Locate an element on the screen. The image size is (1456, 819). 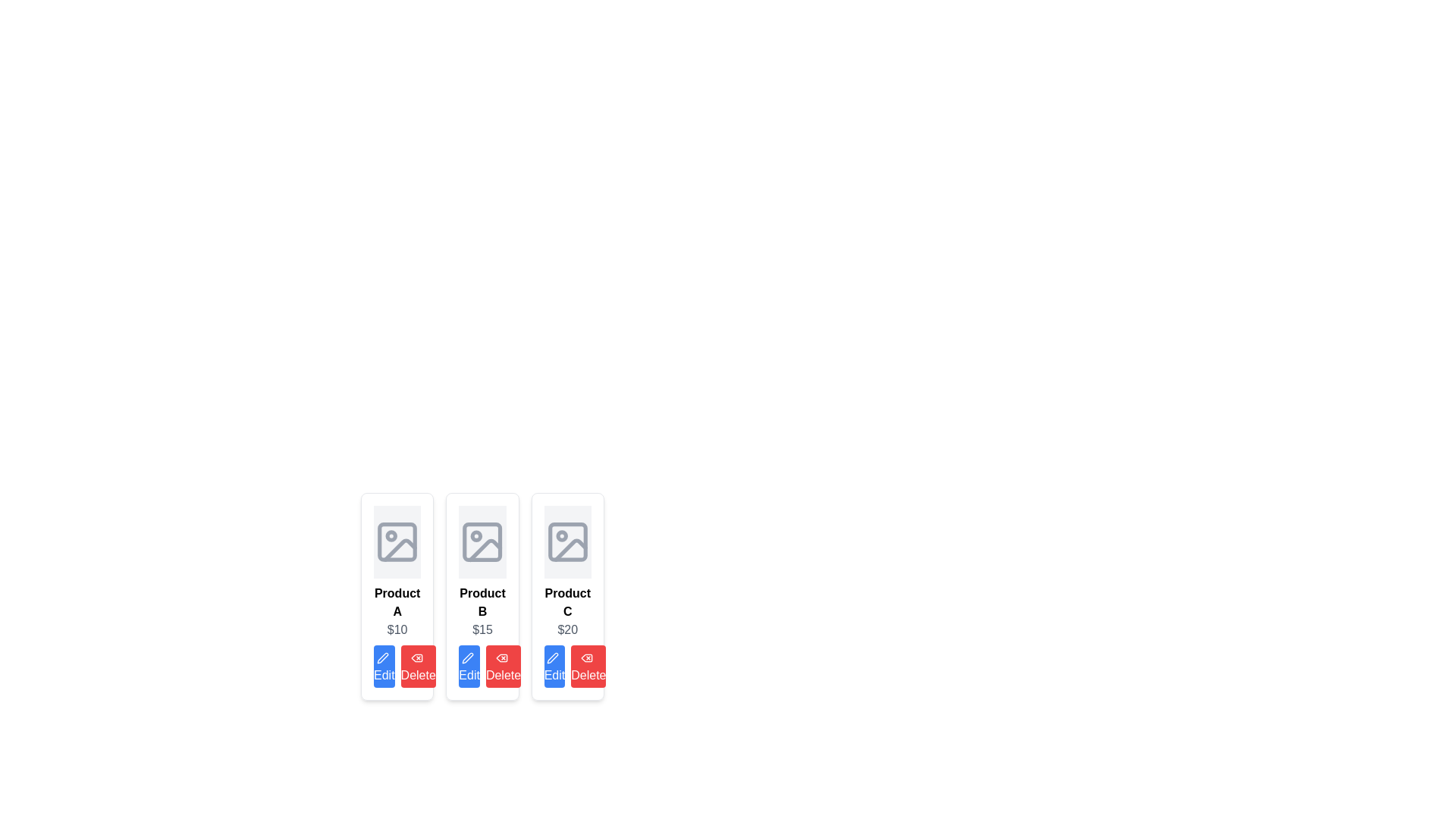
the price label displaying '$20' located within the card for 'Product C', situated below the product name and above the action buttons is located at coordinates (566, 629).